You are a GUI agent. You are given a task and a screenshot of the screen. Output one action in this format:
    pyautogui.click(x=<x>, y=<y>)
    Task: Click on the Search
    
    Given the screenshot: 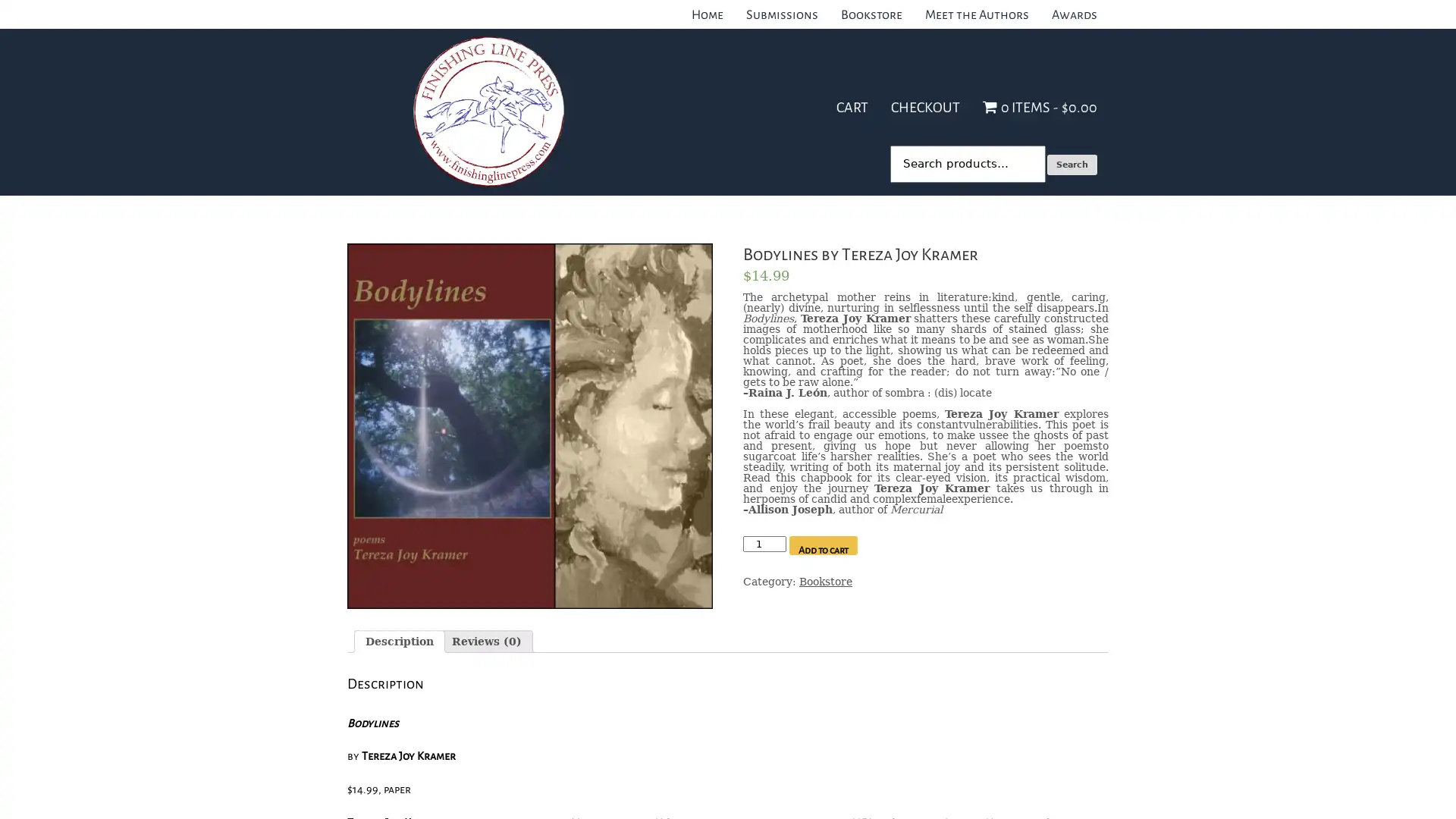 What is the action you would take?
    pyautogui.click(x=1072, y=165)
    